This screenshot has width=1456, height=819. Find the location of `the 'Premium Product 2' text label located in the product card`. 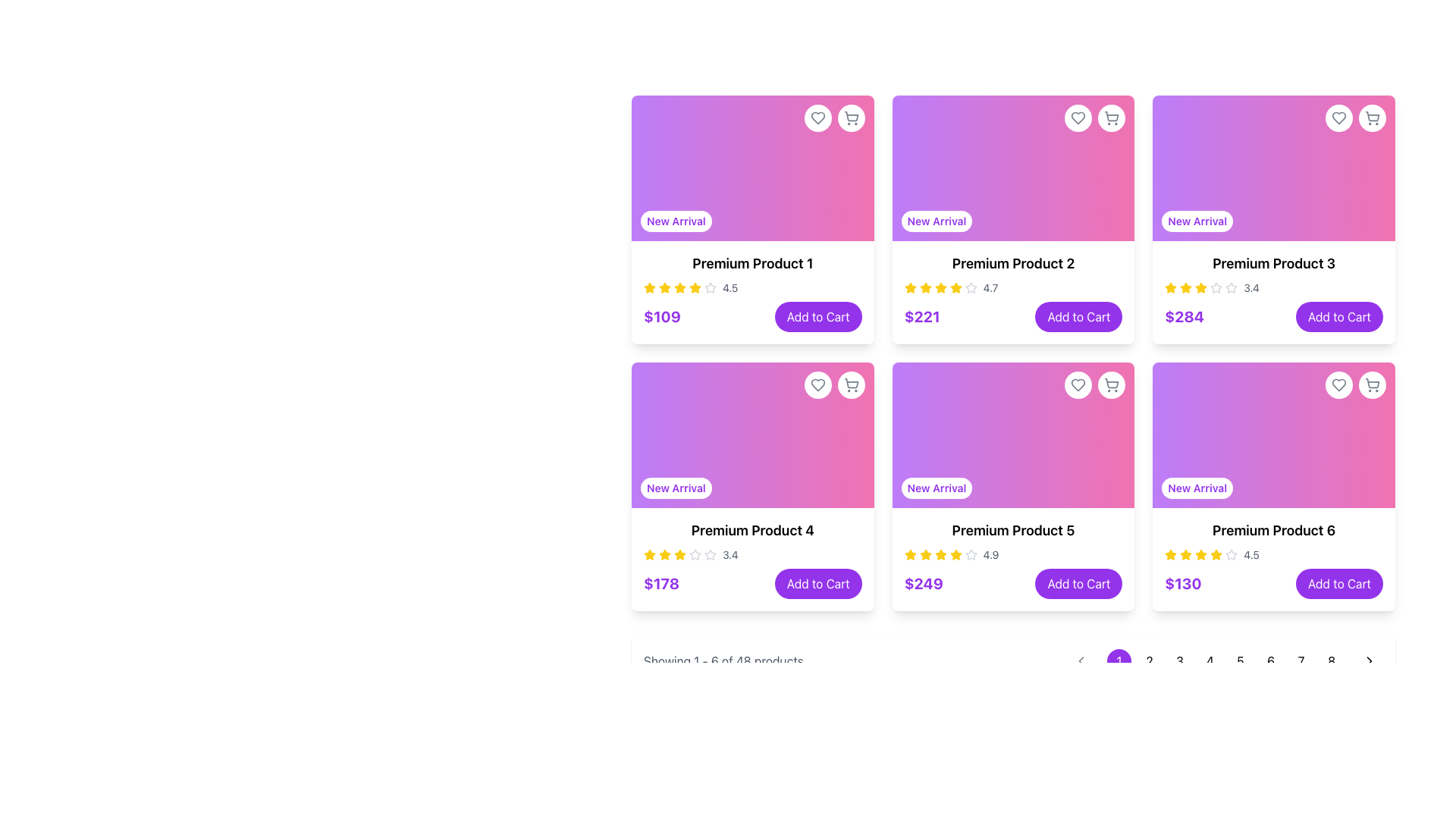

the 'Premium Product 2' text label located in the product card is located at coordinates (1012, 262).